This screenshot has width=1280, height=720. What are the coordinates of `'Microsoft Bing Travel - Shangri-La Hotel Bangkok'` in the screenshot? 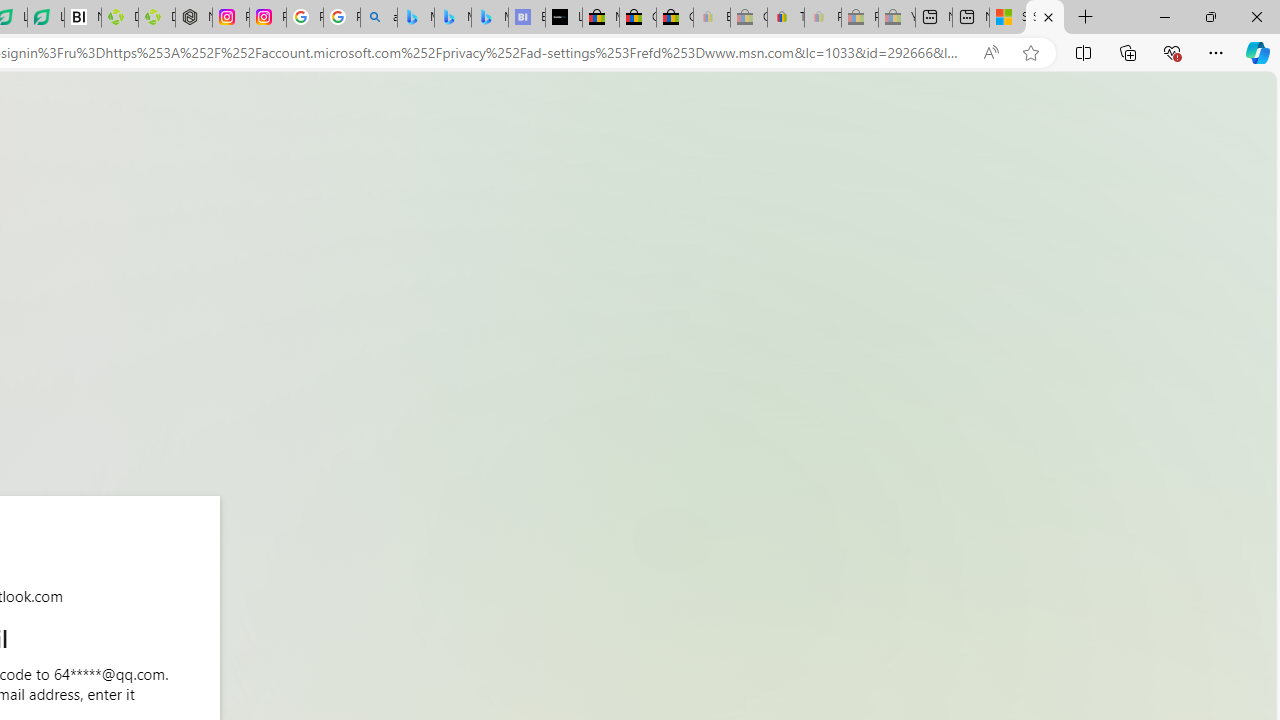 It's located at (490, 17).